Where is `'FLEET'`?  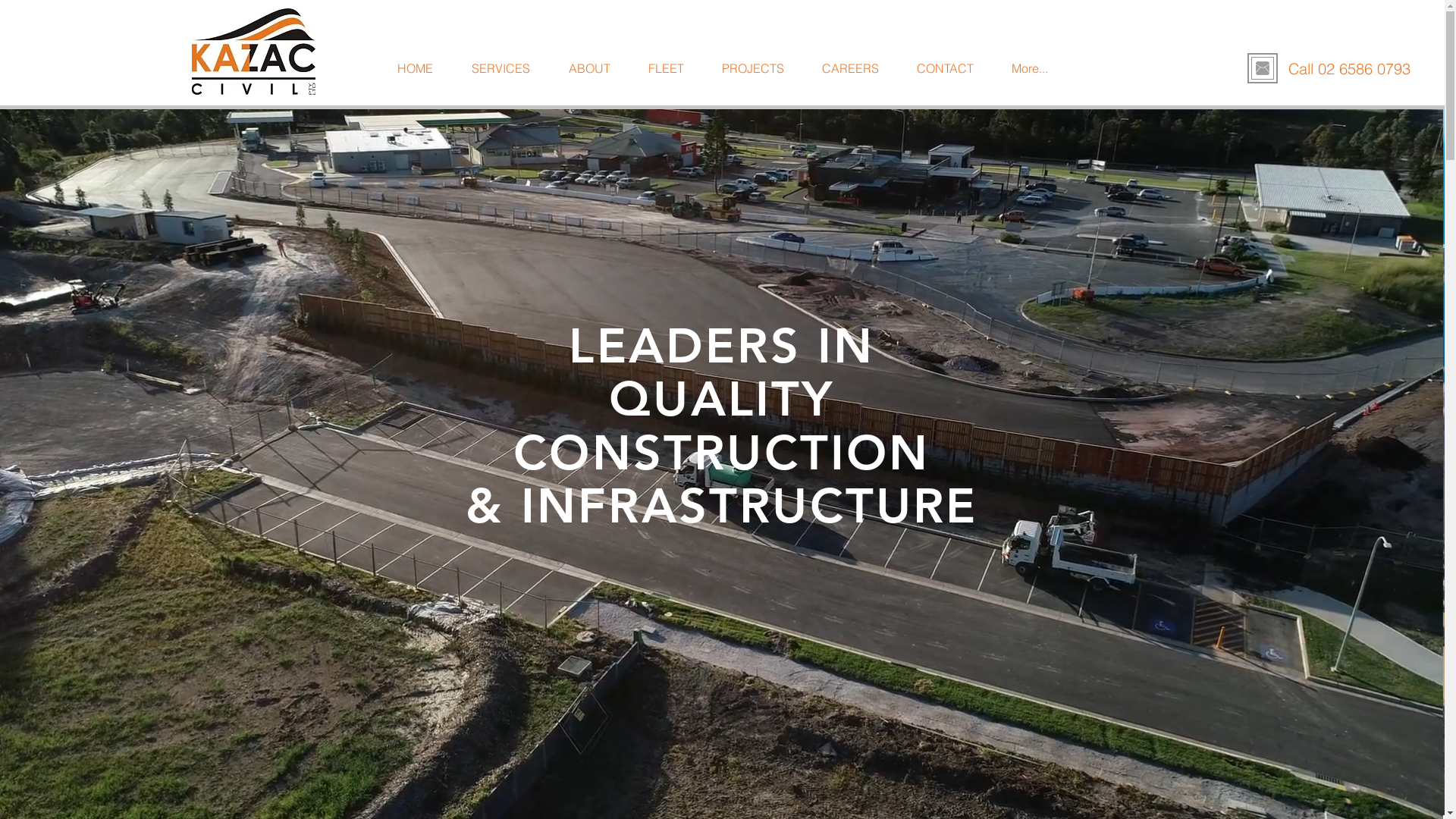
'FLEET' is located at coordinates (666, 68).